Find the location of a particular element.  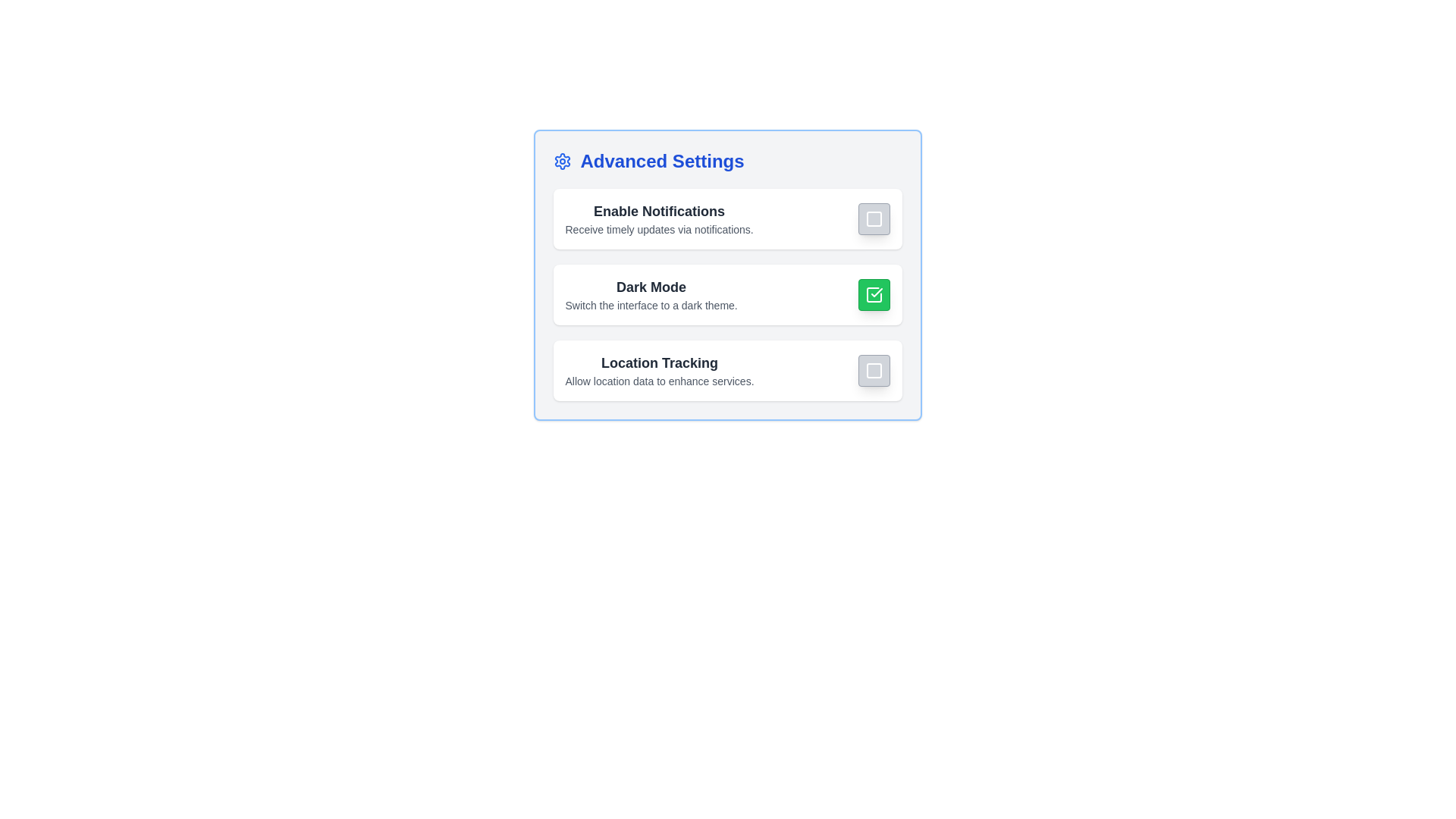

title 'Location Tracking' and the description 'Allow location data to enhance services' from the text block located in the third row of the settings list is located at coordinates (659, 371).